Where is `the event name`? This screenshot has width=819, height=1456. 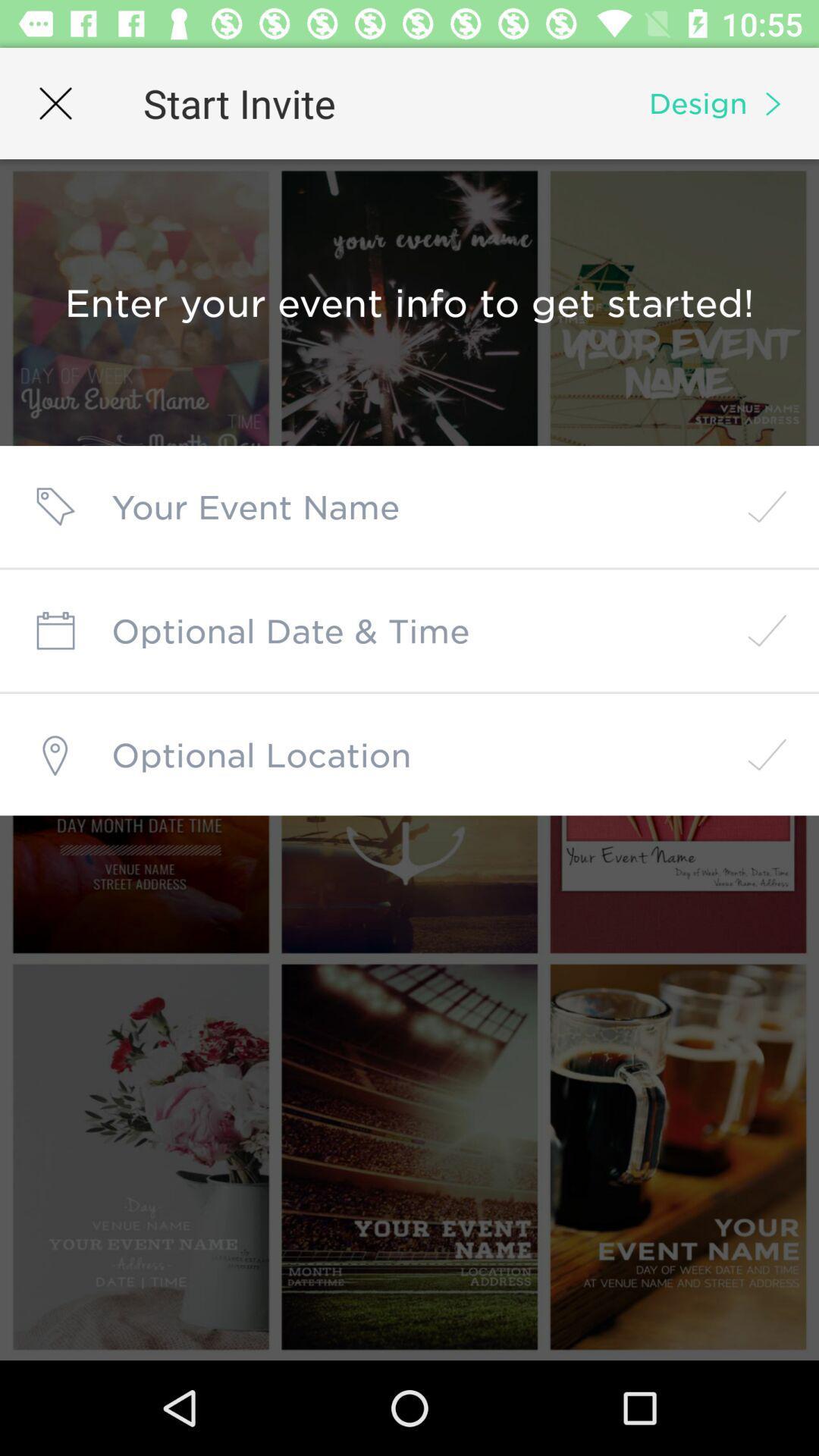
the event name is located at coordinates (409, 507).